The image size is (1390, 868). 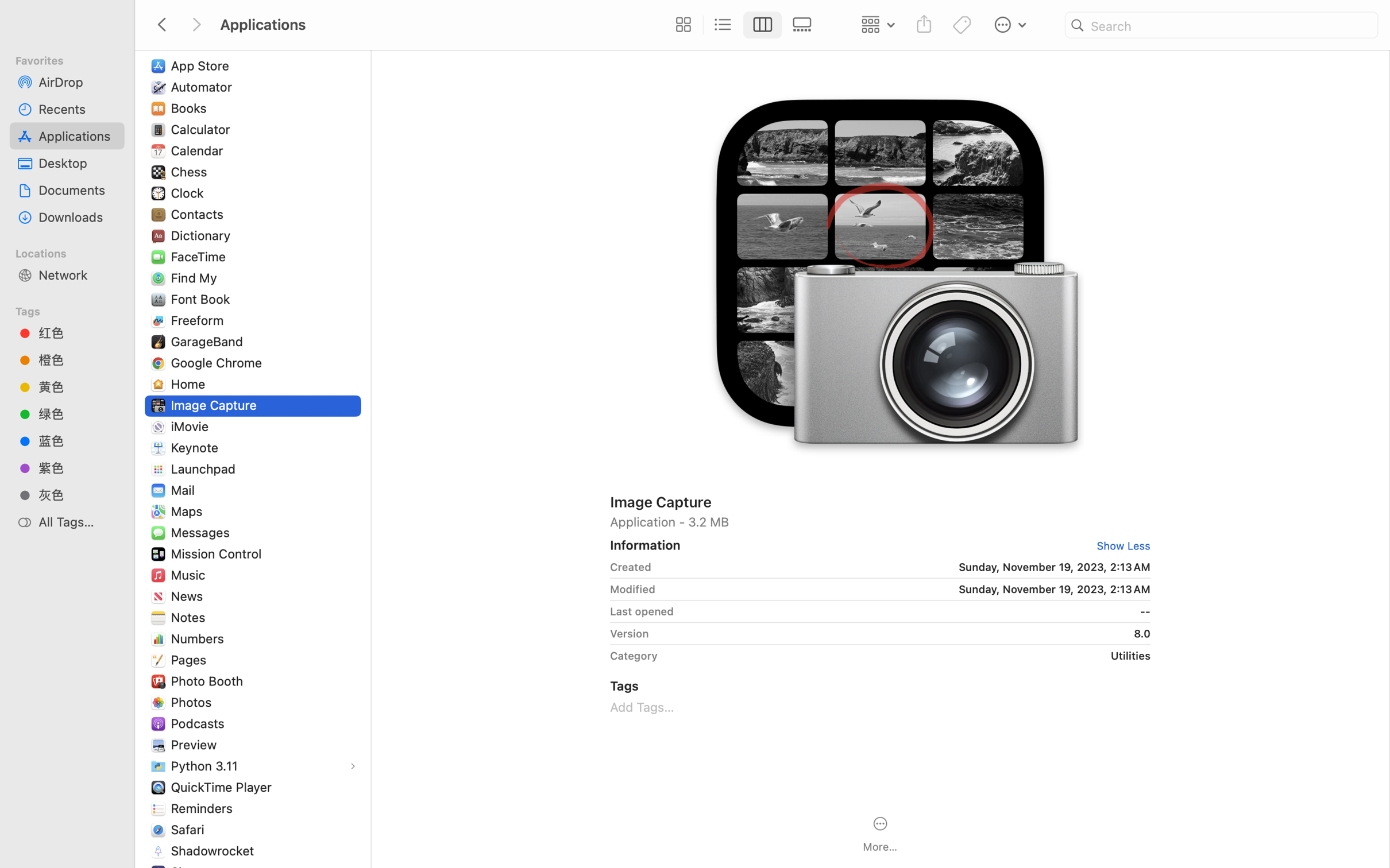 I want to click on 'Python 3.11', so click(x=206, y=765).